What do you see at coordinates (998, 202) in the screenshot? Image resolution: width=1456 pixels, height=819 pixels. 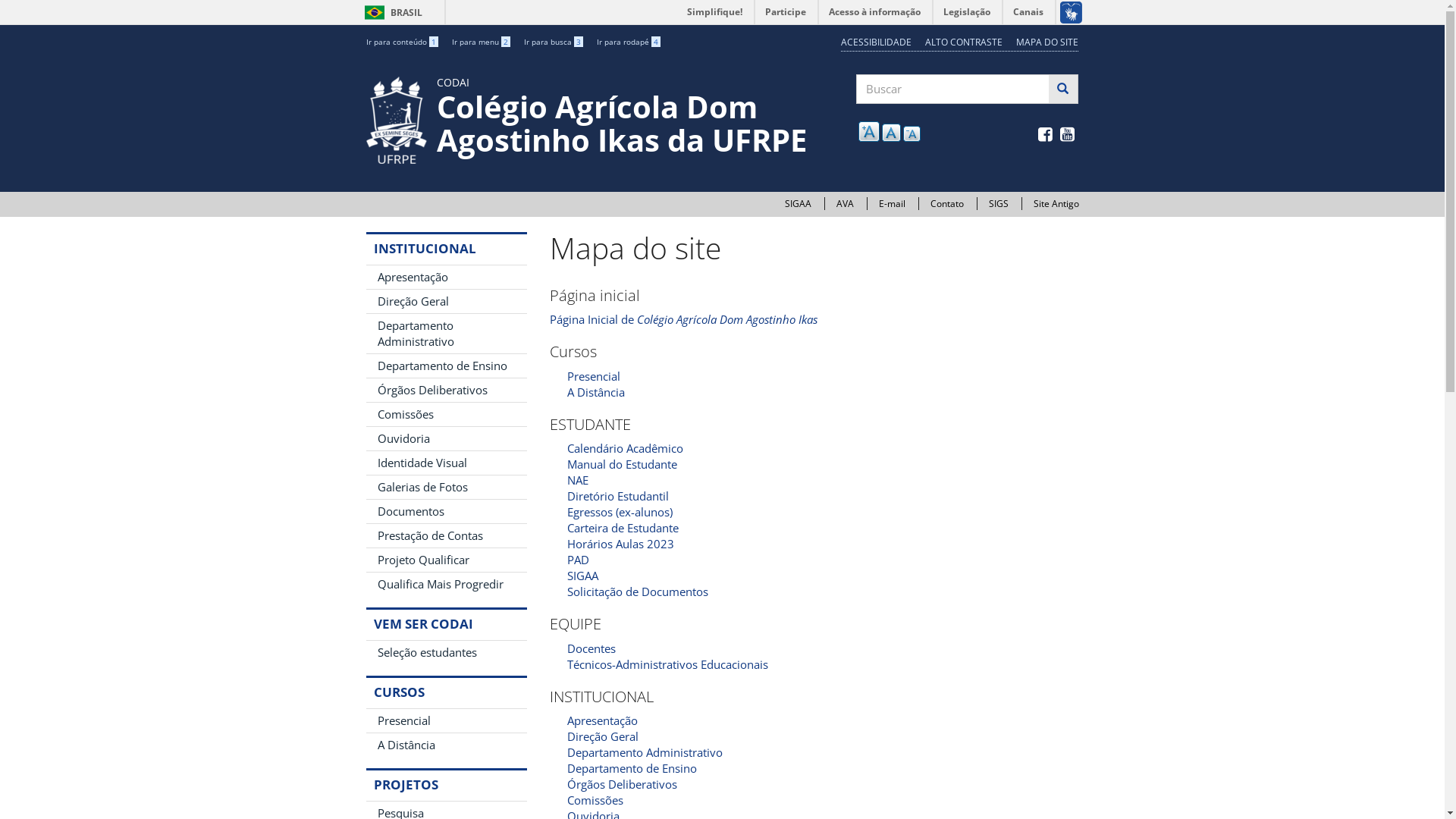 I see `'SIGS'` at bounding box center [998, 202].